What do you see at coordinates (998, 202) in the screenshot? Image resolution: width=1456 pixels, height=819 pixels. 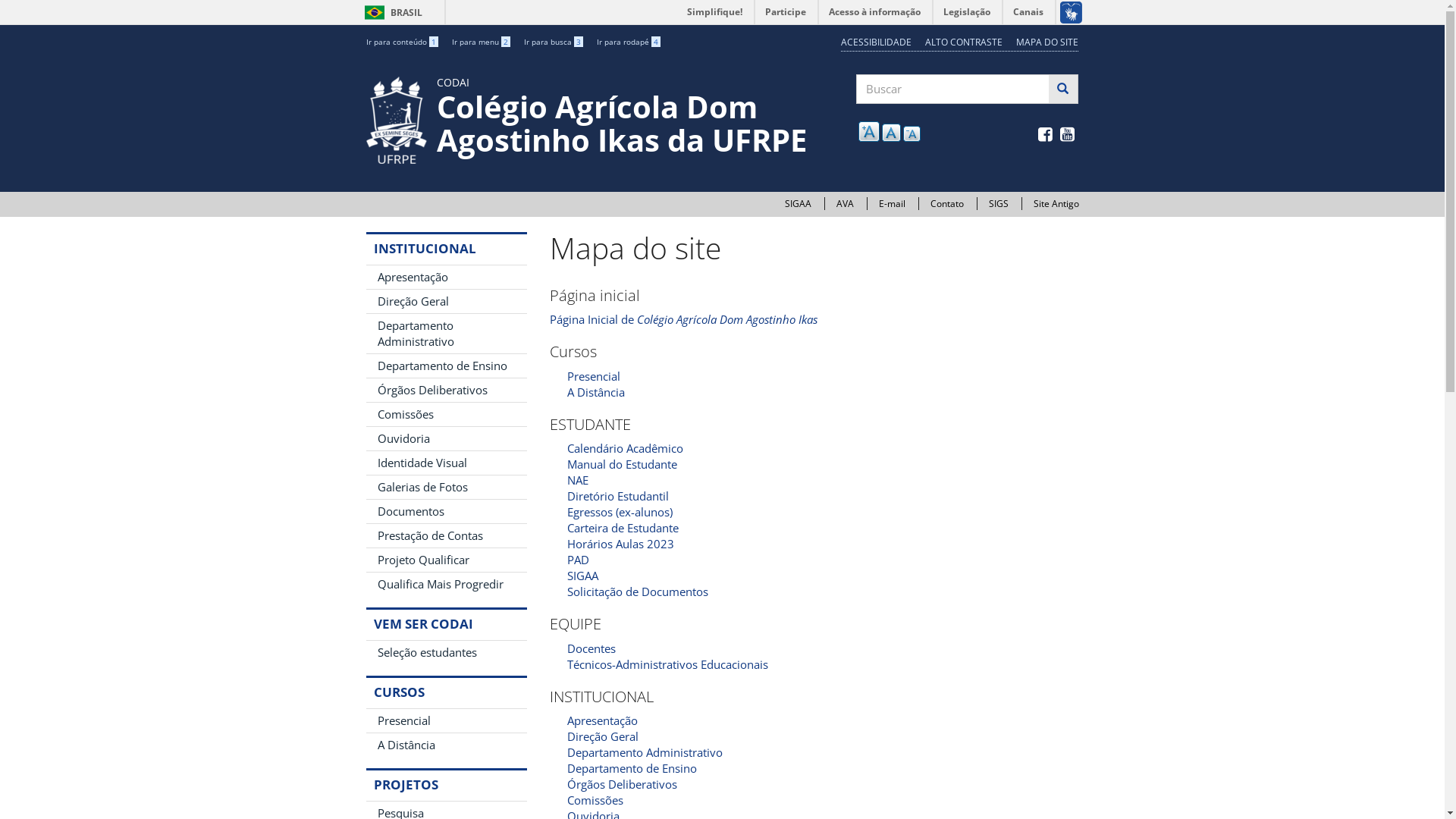 I see `'SIGS'` at bounding box center [998, 202].